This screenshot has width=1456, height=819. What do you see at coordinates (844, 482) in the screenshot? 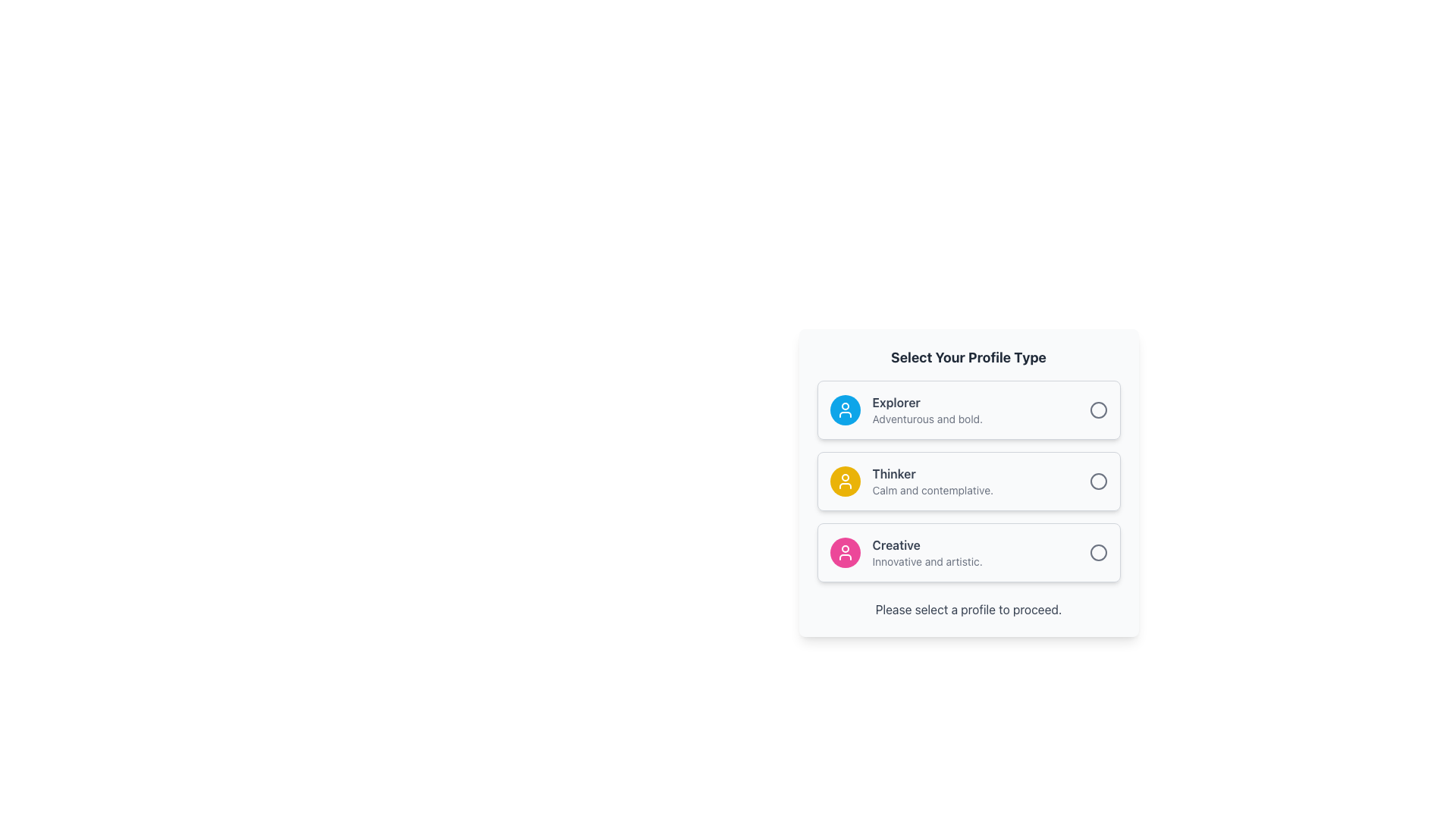
I see `the decorative icon for the 'Thinker' profile card, which is positioned at the start of its row in the profile selection list` at bounding box center [844, 482].